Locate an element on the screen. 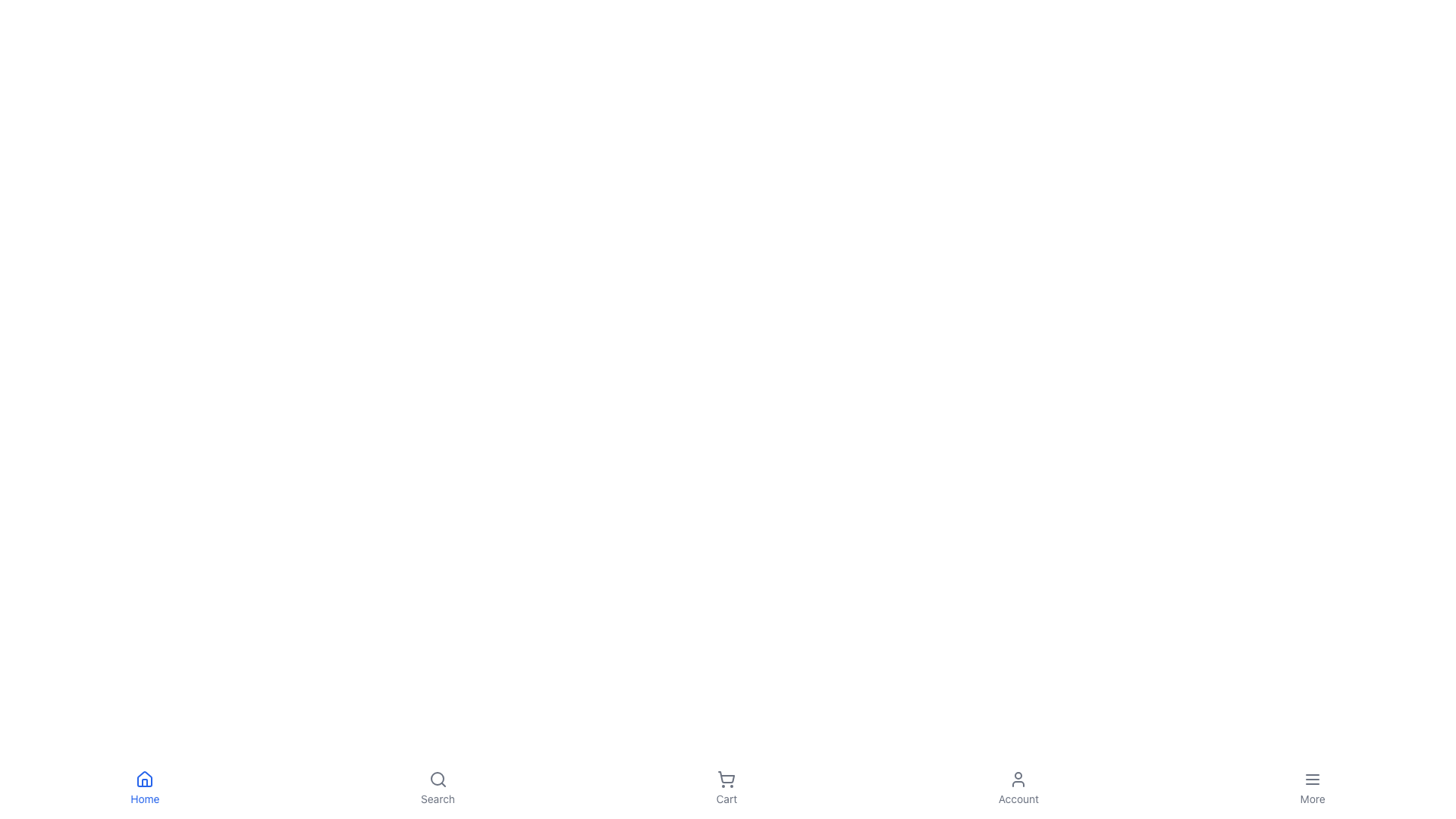 The width and height of the screenshot is (1456, 819). the 'Account' label in the bottom navigation bar, which is located beneath the user icon and is the fourth item from the left among five similar items is located at coordinates (1018, 798).